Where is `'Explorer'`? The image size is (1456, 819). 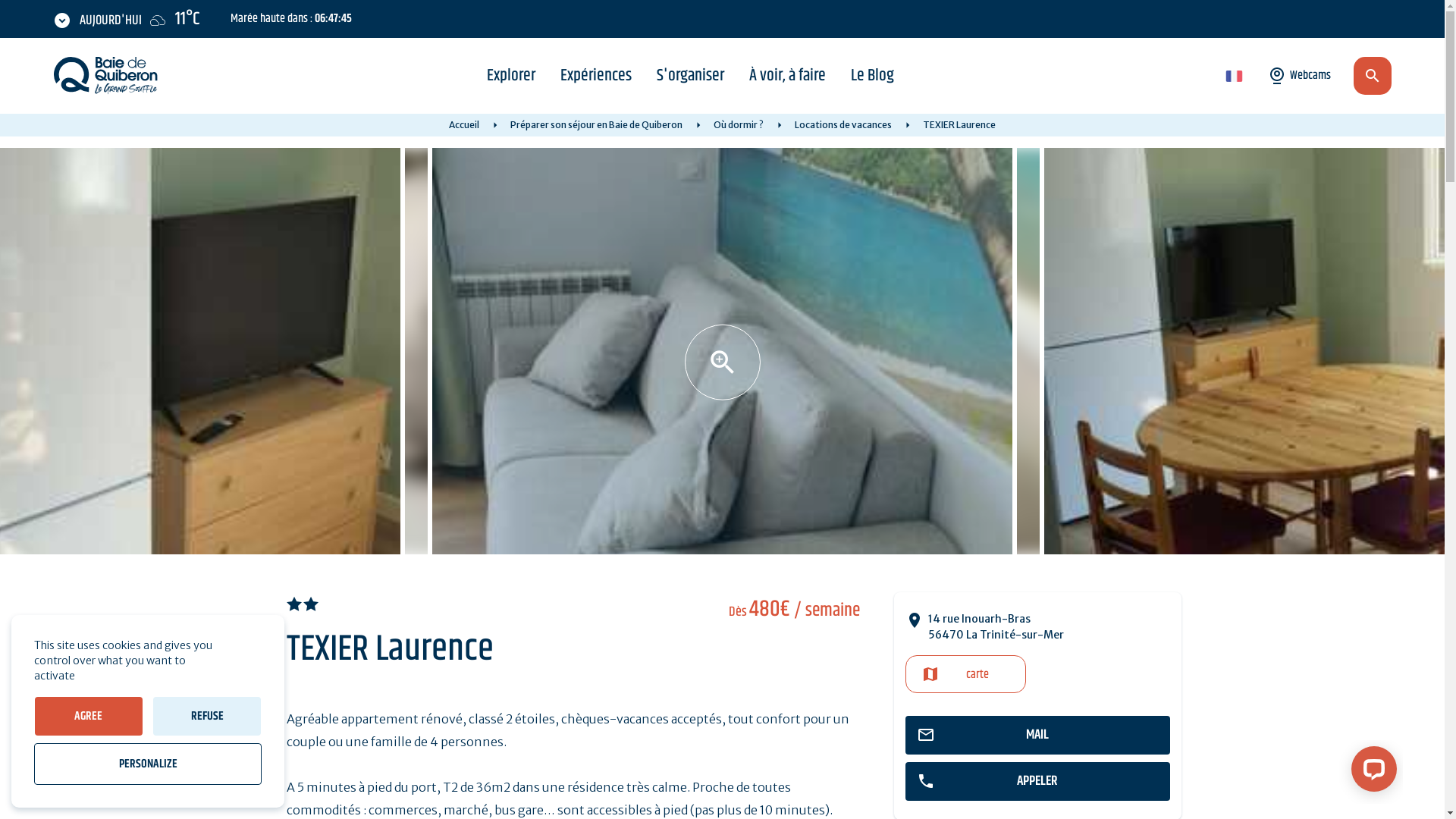
'Explorer' is located at coordinates (510, 76).